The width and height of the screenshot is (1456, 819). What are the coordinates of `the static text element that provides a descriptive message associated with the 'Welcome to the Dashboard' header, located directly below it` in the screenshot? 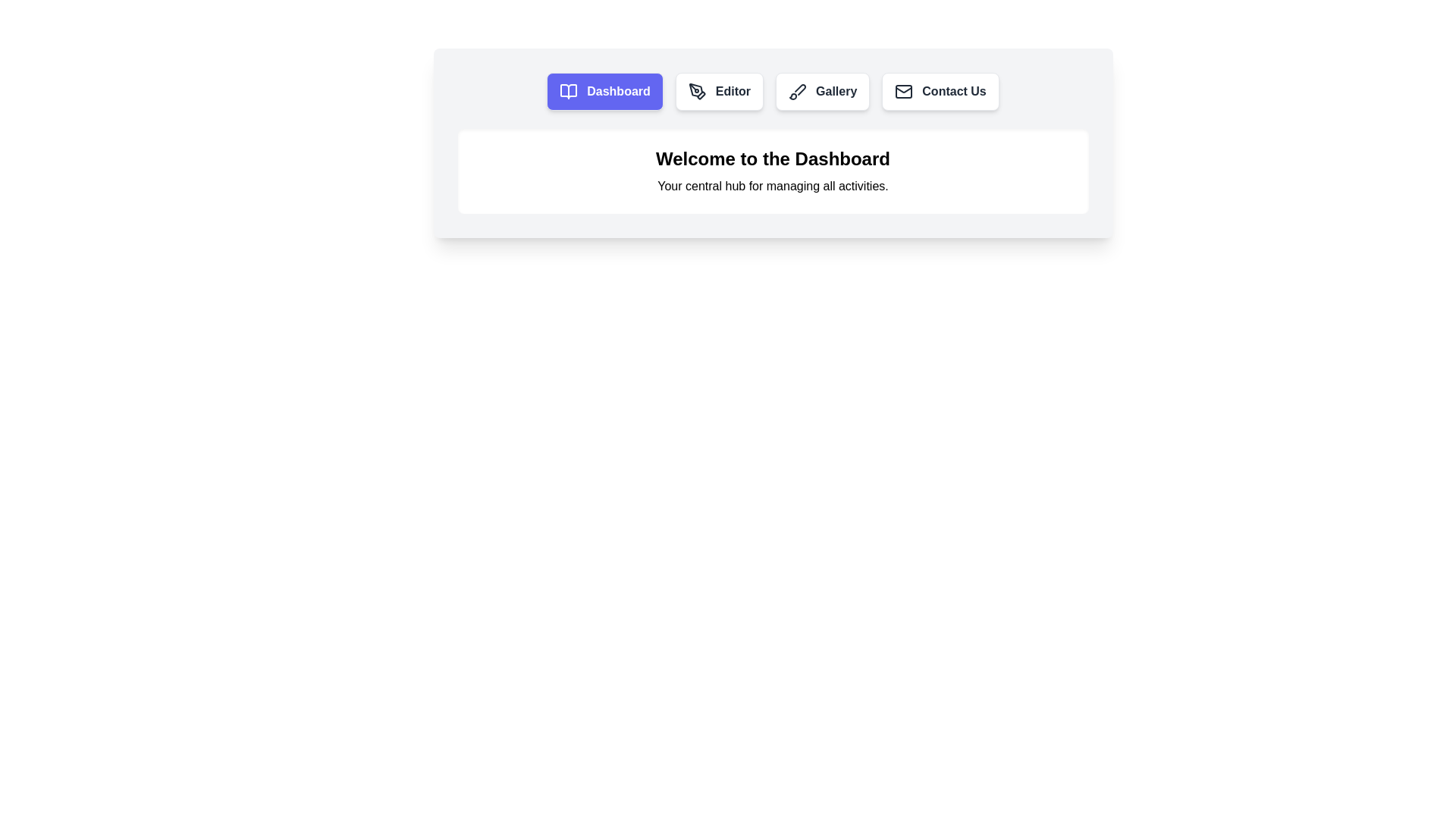 It's located at (773, 186).